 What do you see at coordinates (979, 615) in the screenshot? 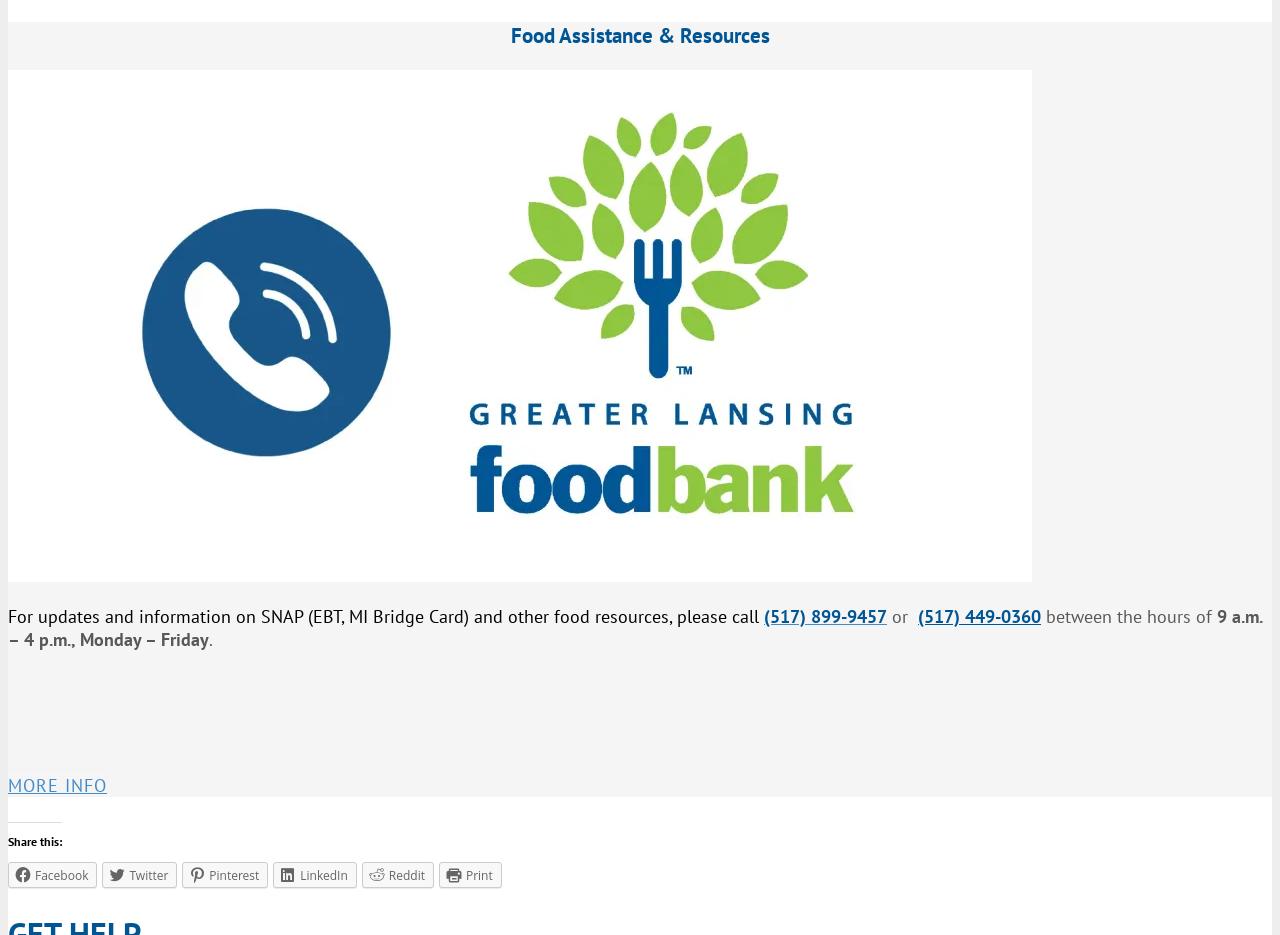
I see `'(517) 449-0360'` at bounding box center [979, 615].